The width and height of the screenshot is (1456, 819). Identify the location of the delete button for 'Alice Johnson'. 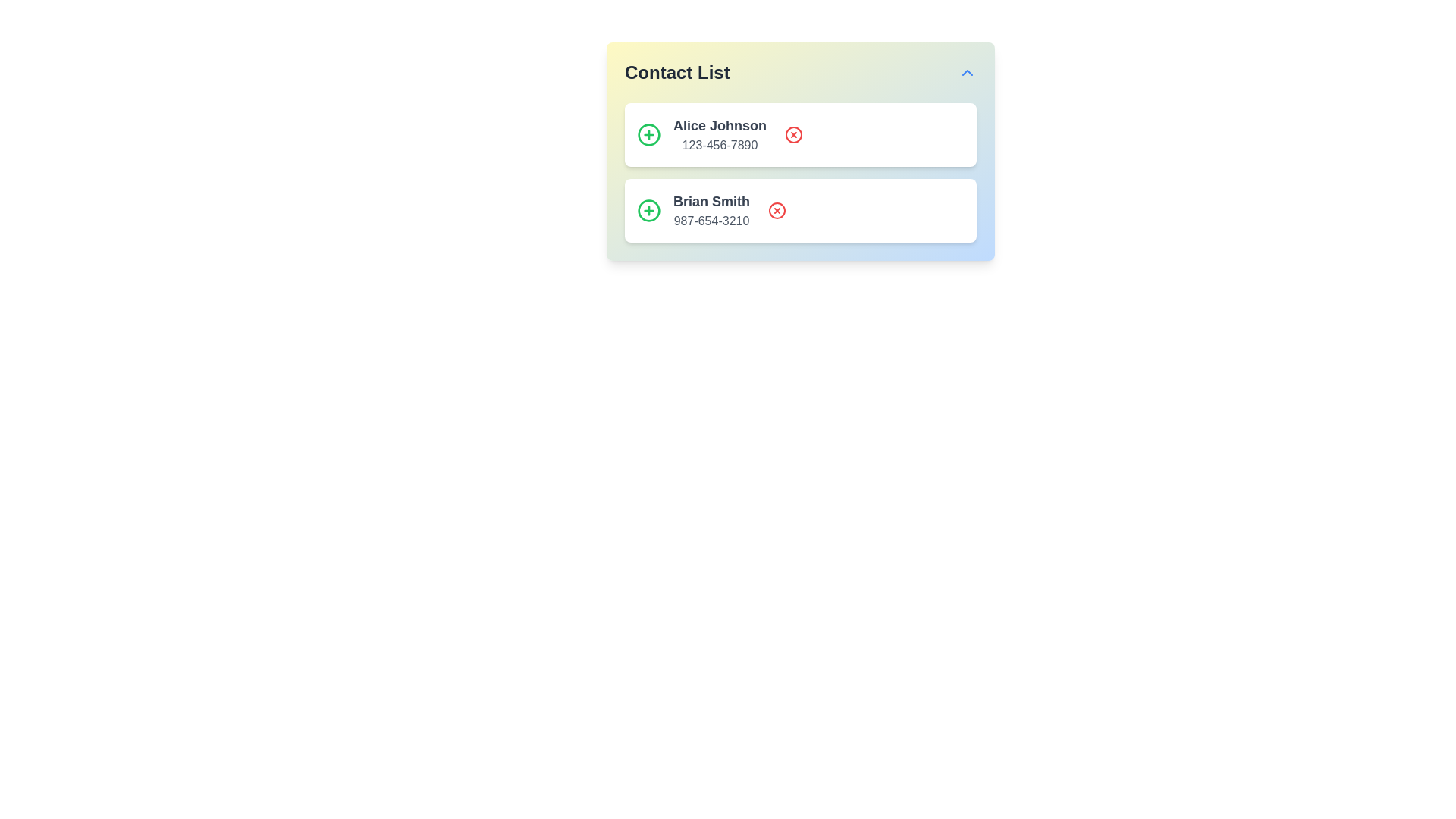
(792, 133).